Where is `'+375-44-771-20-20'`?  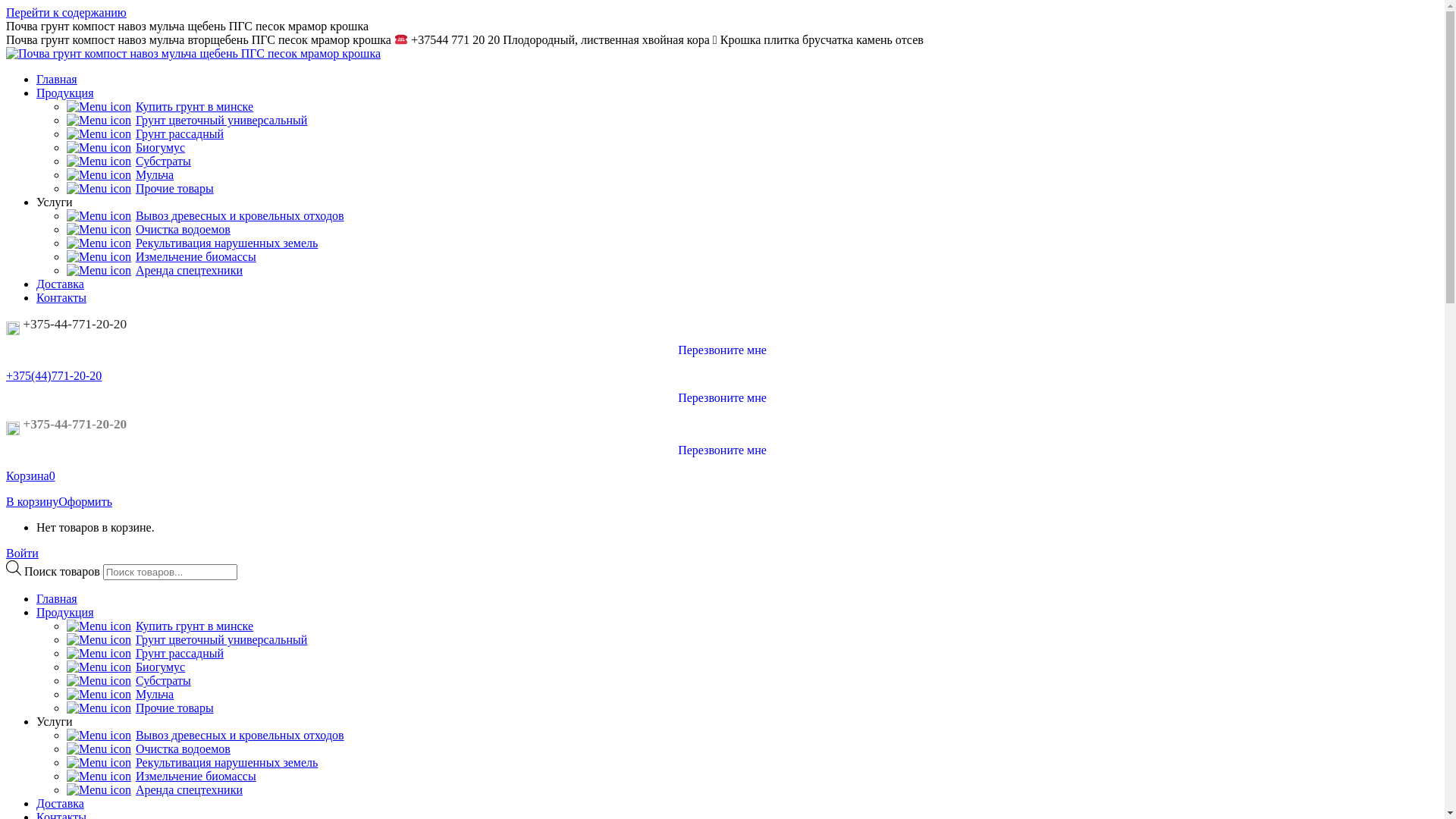
'+375-44-771-20-20' is located at coordinates (65, 323).